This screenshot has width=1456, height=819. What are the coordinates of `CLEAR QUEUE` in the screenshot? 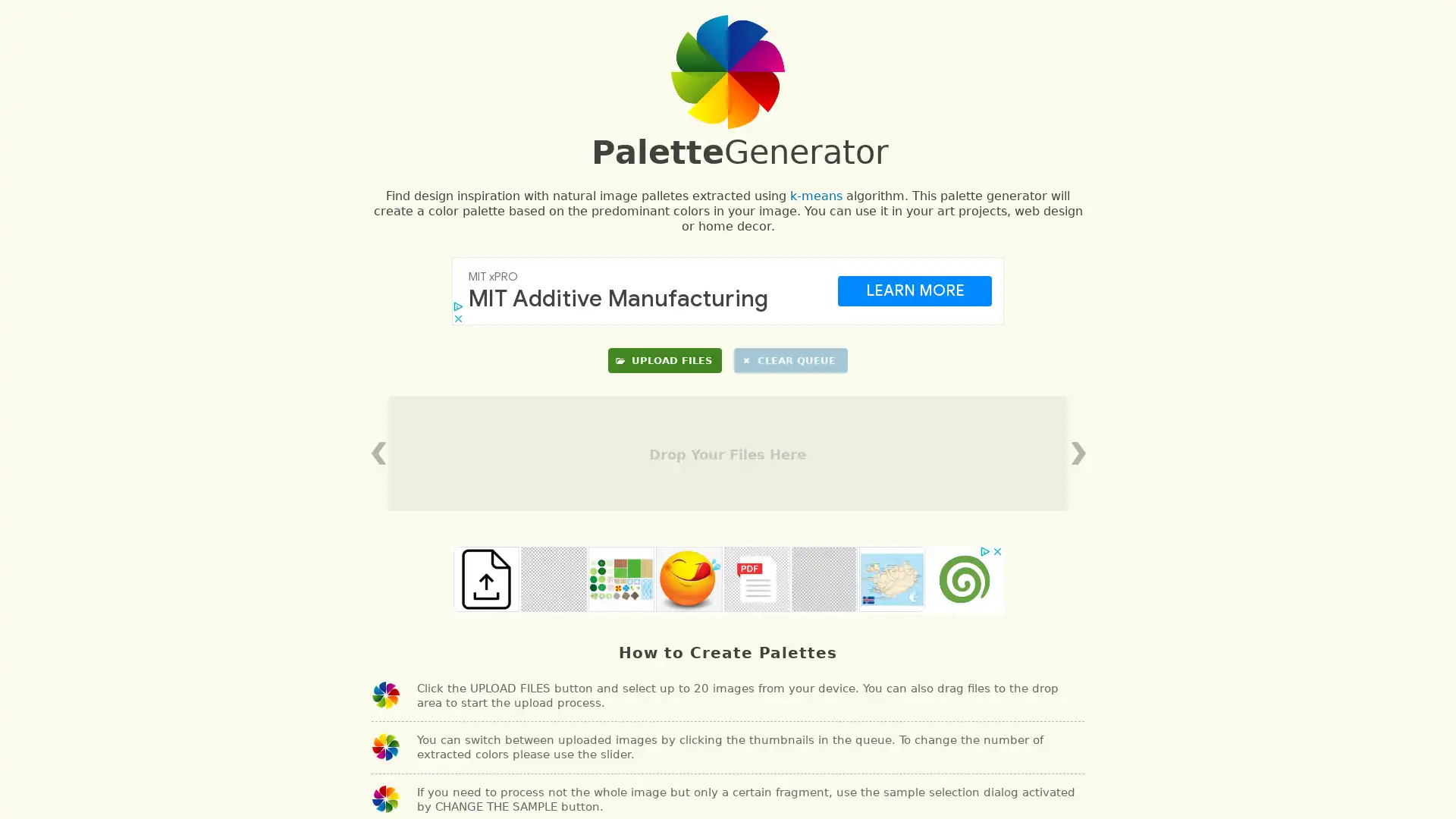 It's located at (789, 359).